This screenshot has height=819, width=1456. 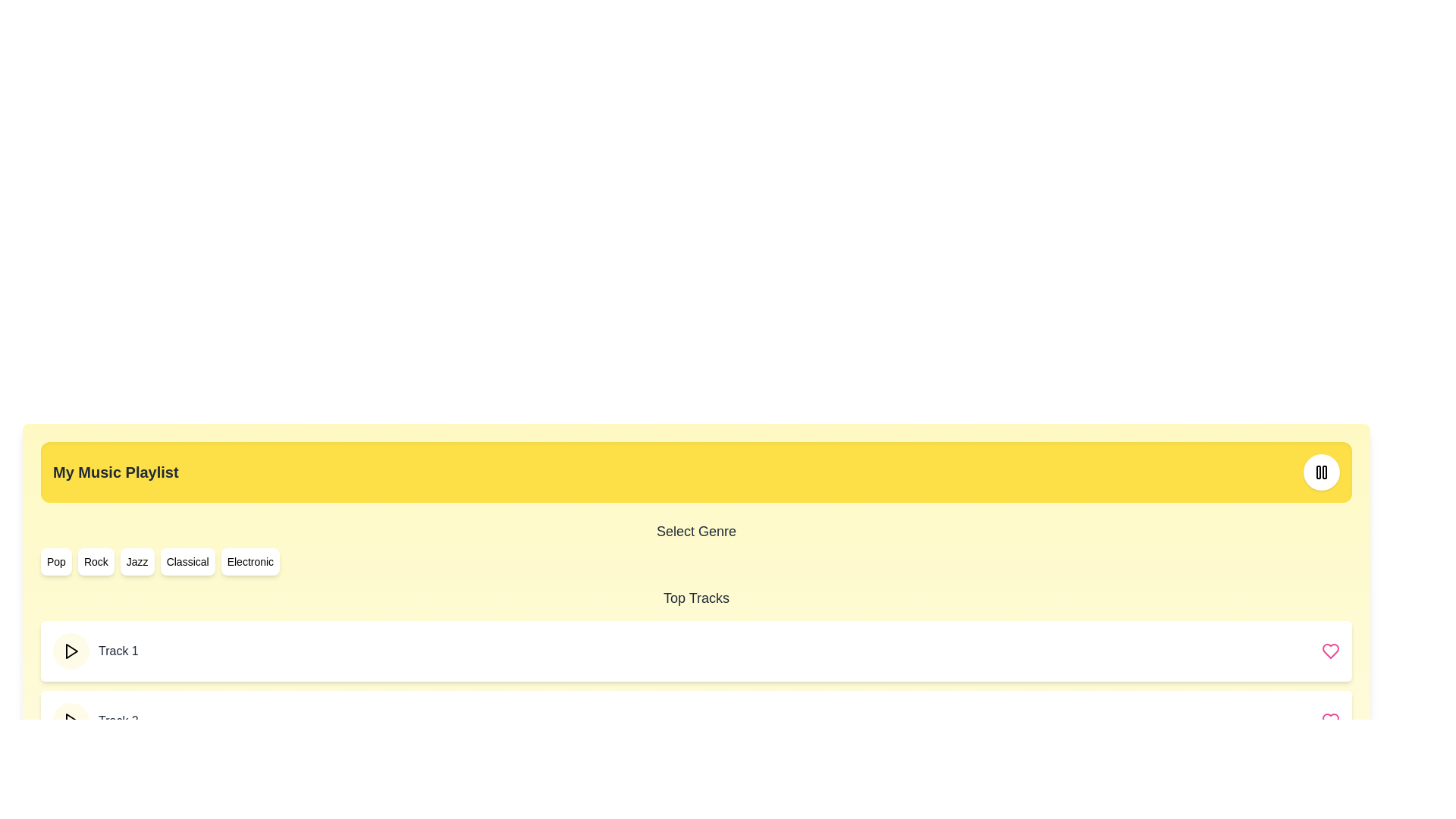 I want to click on the play button of the first list item 'Track 1' in the 'Top Tracks' list, so click(x=695, y=651).